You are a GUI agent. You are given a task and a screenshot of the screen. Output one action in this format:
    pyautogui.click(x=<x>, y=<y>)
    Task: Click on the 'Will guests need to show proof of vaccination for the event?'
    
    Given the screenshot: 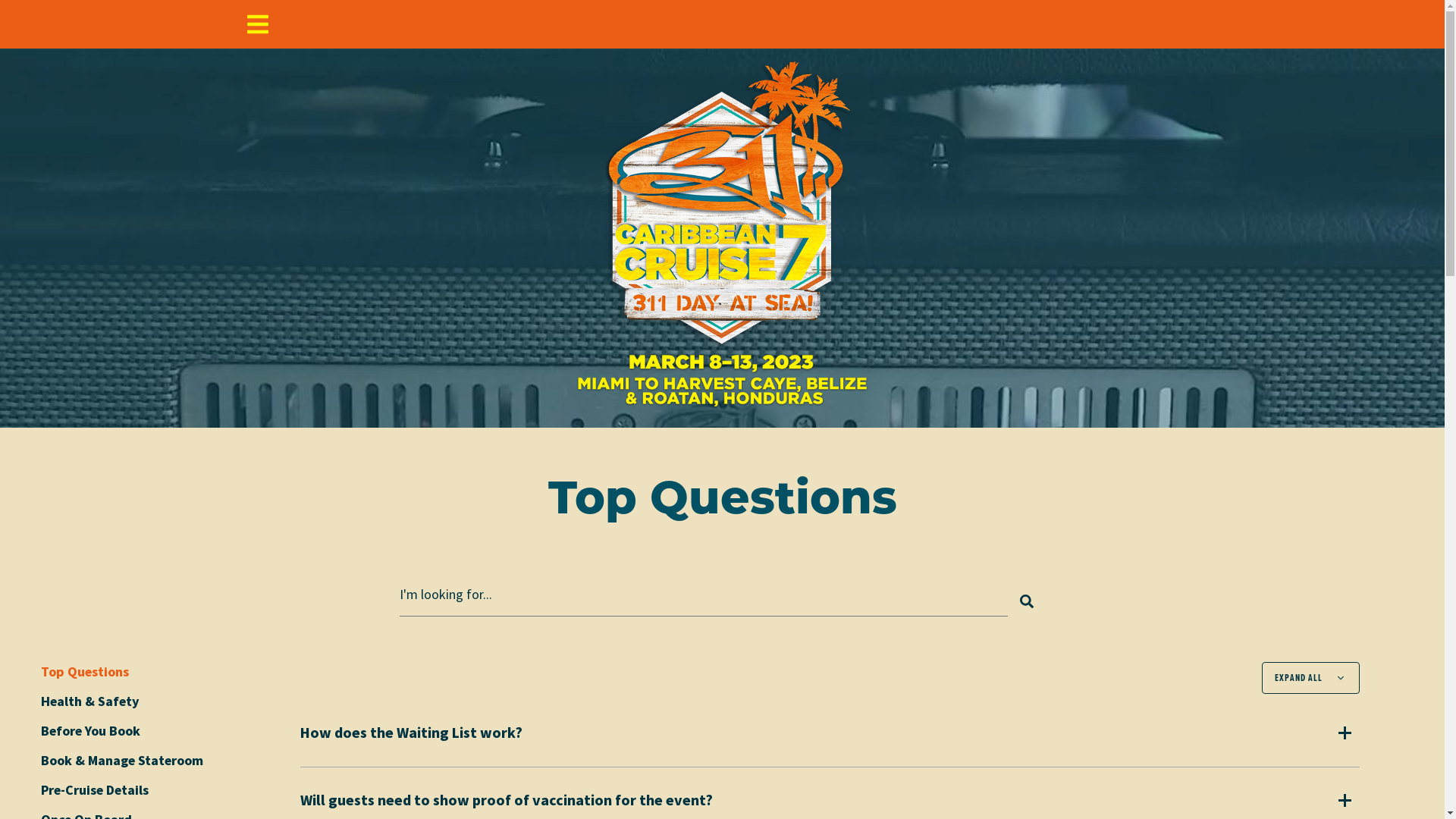 What is the action you would take?
    pyautogui.click(x=506, y=800)
    